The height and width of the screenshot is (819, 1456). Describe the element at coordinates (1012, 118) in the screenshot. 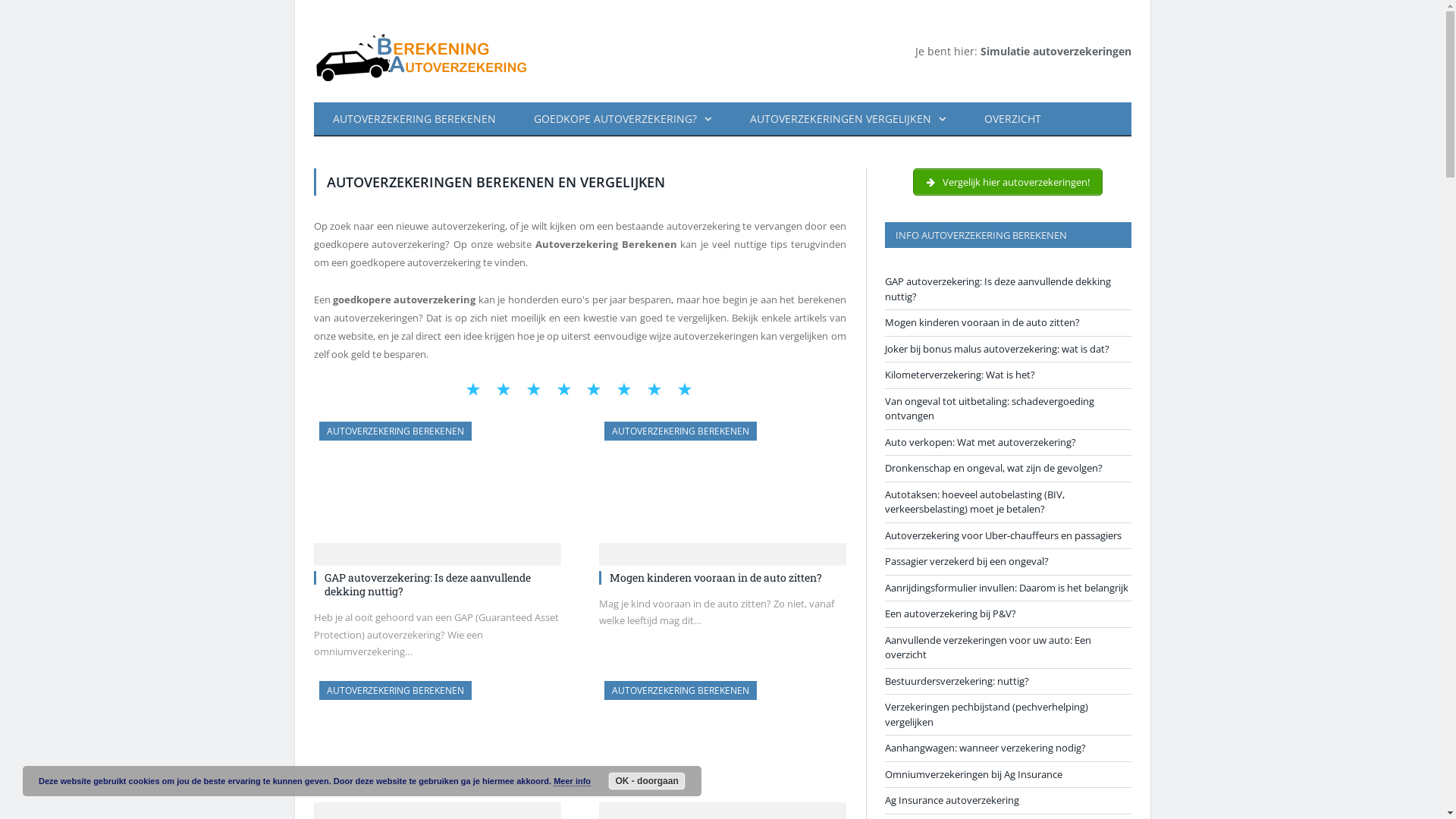

I see `'OVERZICHT'` at that location.